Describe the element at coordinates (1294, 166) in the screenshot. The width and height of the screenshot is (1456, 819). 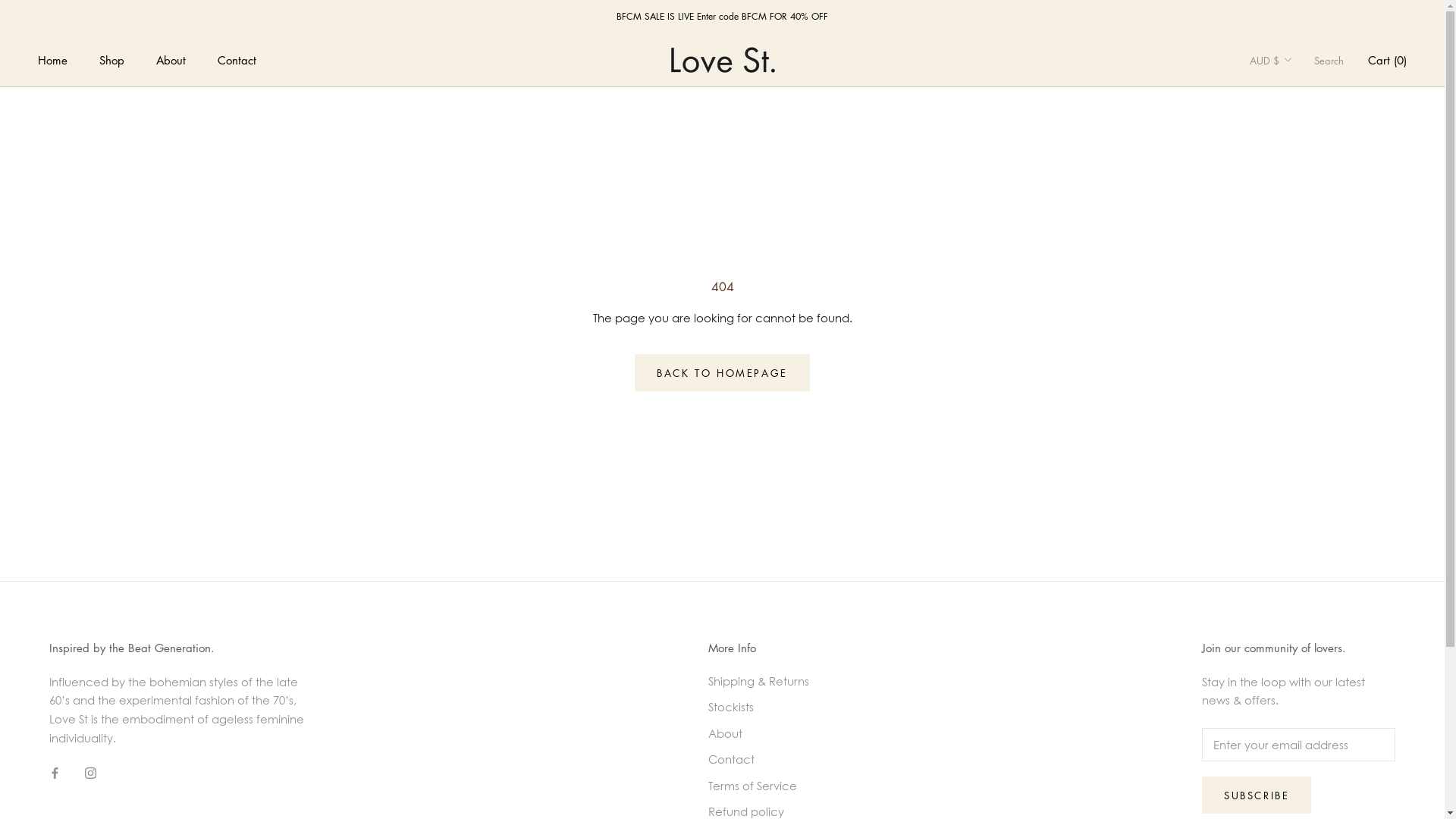
I see `'AMD'` at that location.